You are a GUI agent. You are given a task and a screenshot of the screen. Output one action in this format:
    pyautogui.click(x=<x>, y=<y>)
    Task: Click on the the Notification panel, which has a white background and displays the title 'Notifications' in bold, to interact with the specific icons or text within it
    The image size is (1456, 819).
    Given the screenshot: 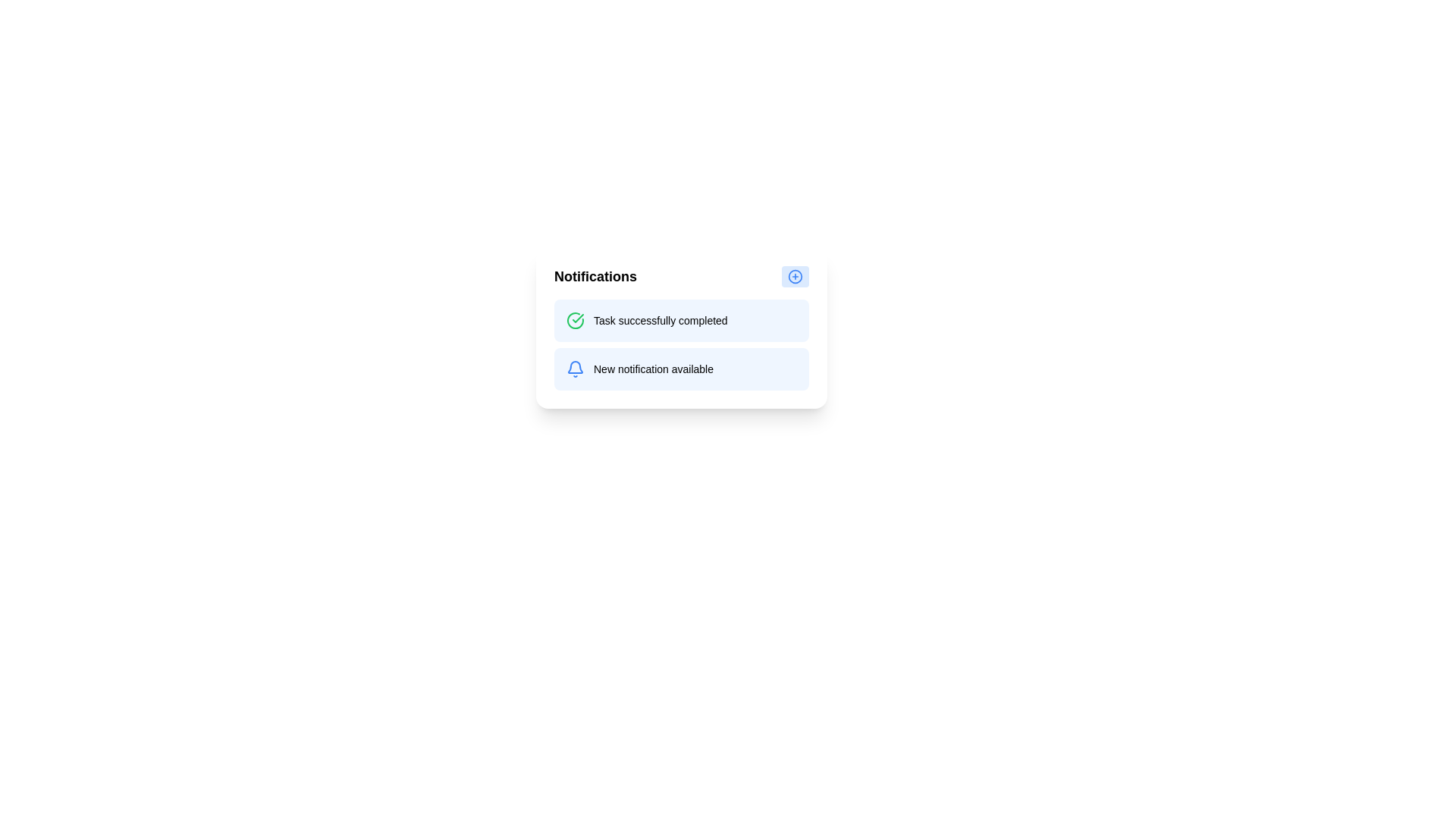 What is the action you would take?
    pyautogui.click(x=680, y=327)
    